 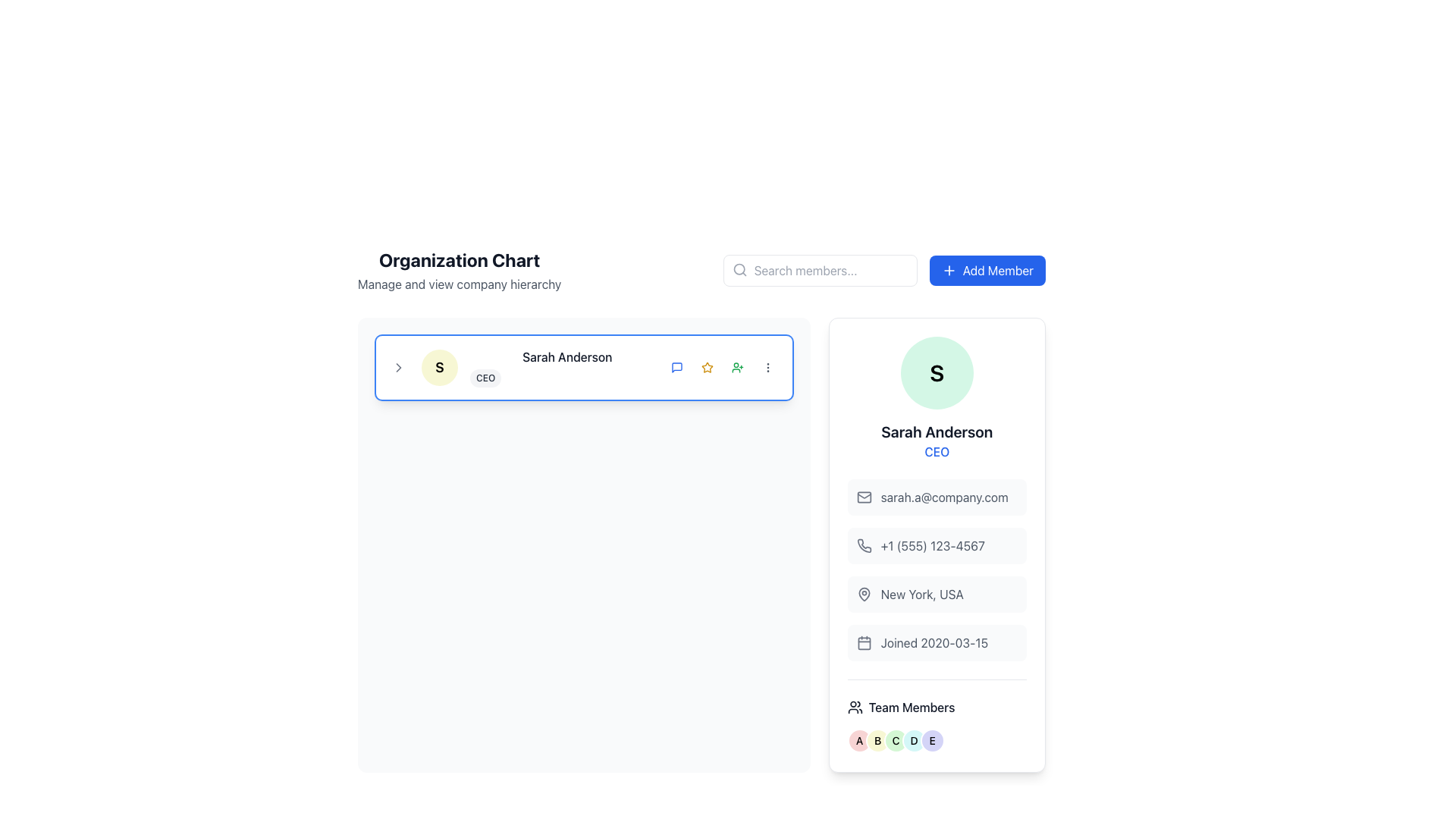 I want to click on the 'Team Members' Text with Icon Label, which features a medium-weight gray text and an icon representing people, located near the bottom of the rightmost panel above circular icons labeled A, B, C, D, E, so click(x=936, y=708).